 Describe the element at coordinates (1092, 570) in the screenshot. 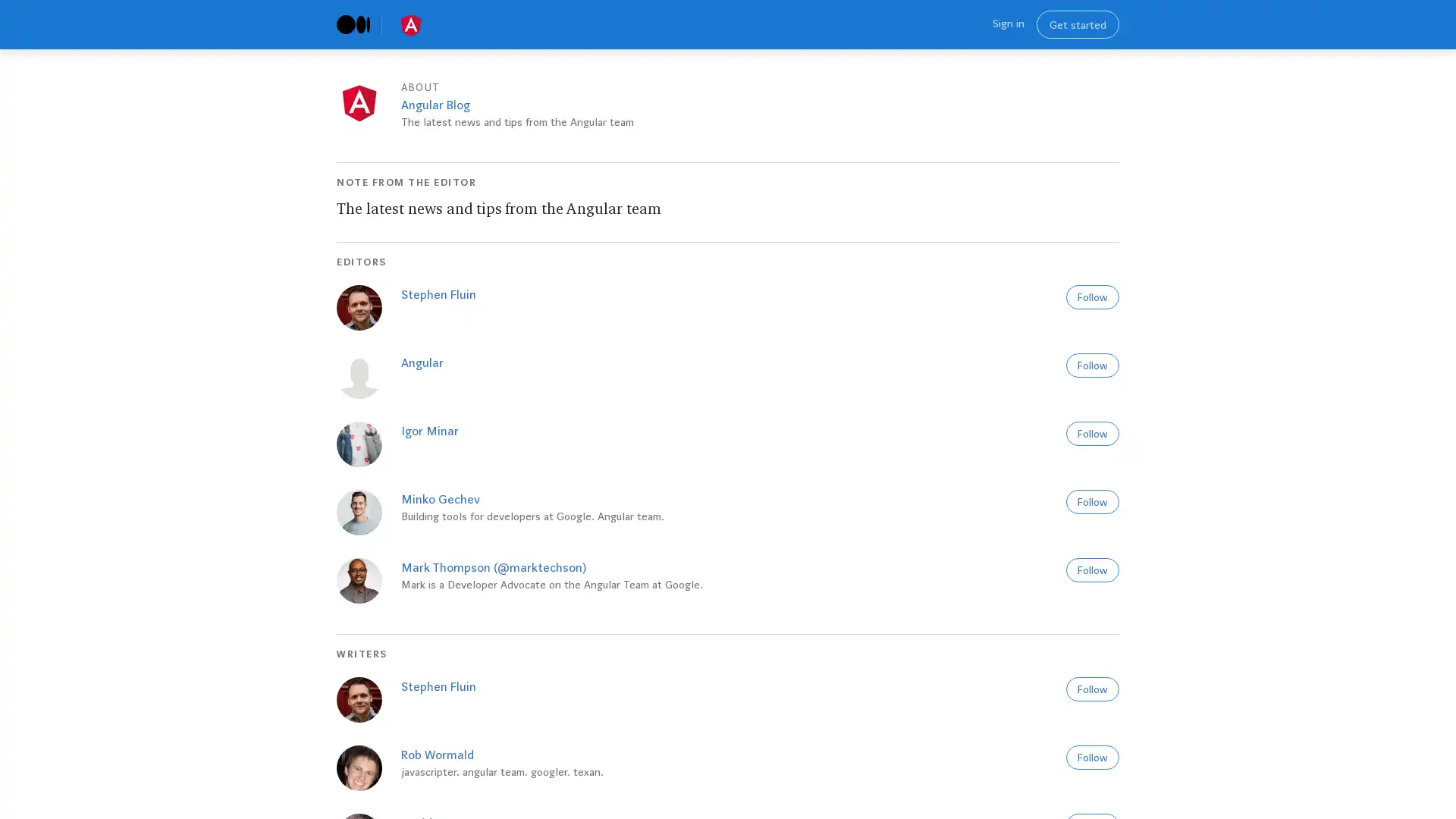

I see `Follow to get new stories and recommendations from this author` at that location.